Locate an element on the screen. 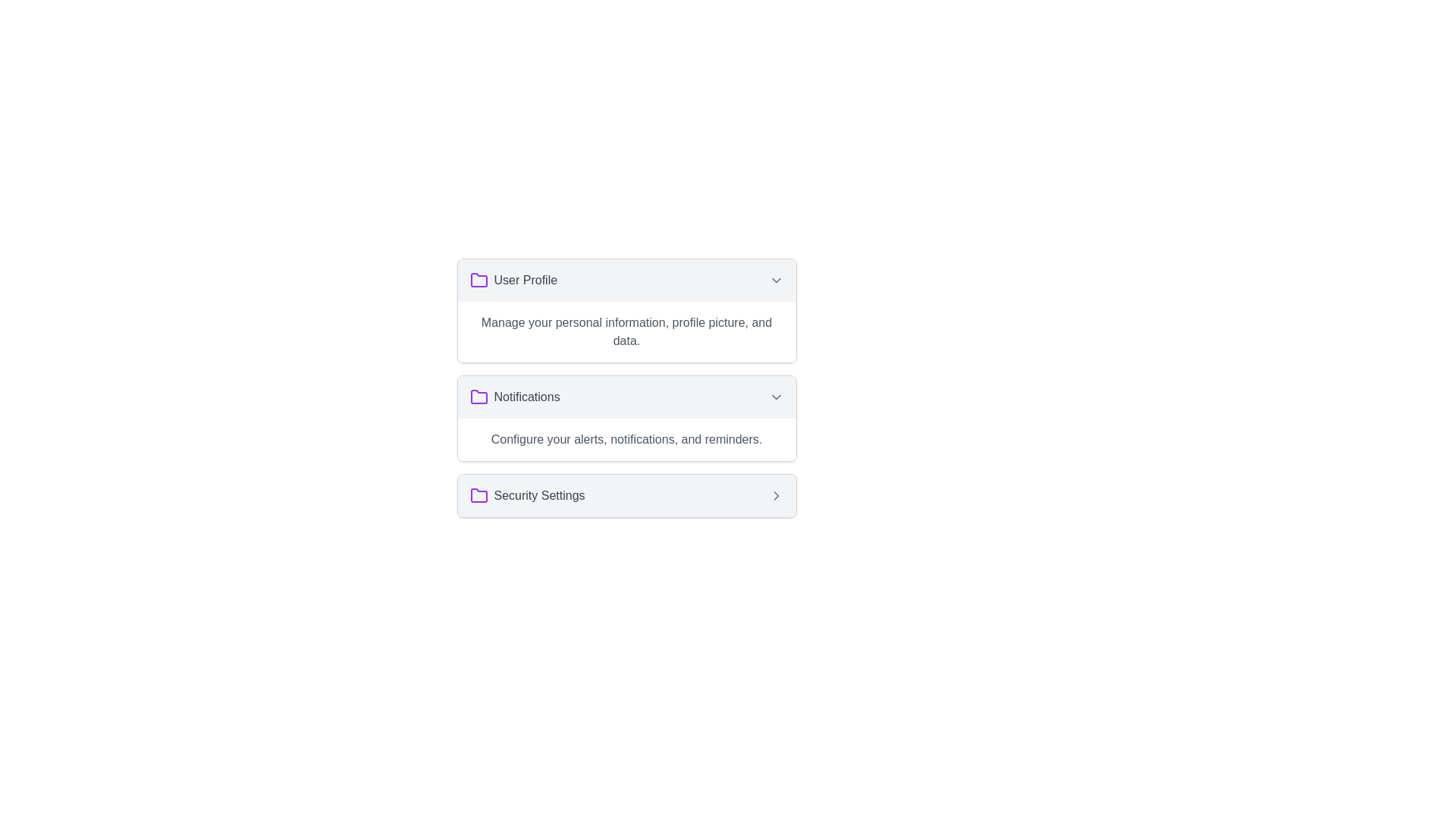 The image size is (1456, 819). the collapsible button for the 'Notifications' section is located at coordinates (626, 397).